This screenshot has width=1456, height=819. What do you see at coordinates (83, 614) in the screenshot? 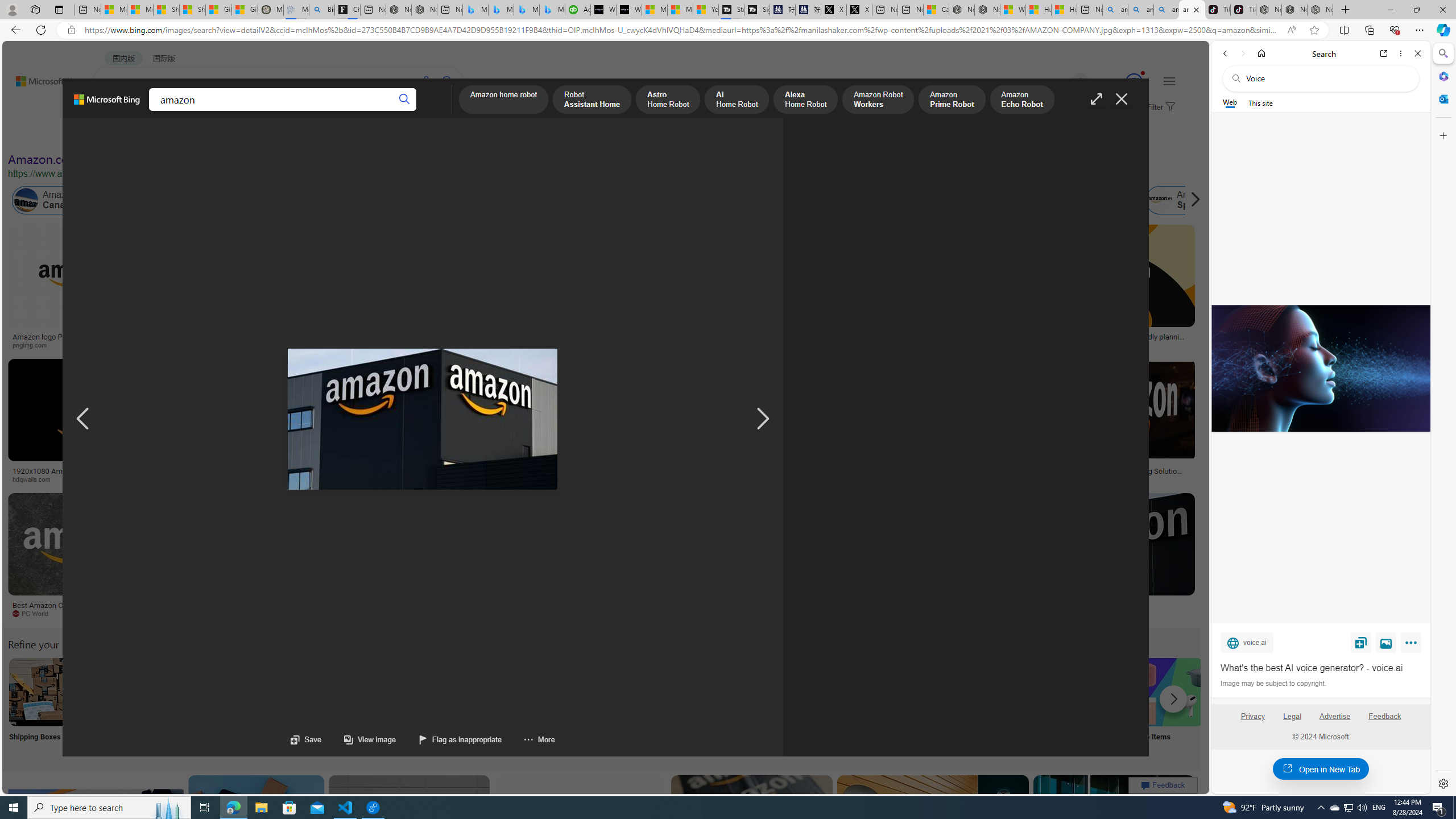
I see `'PC World'` at bounding box center [83, 614].